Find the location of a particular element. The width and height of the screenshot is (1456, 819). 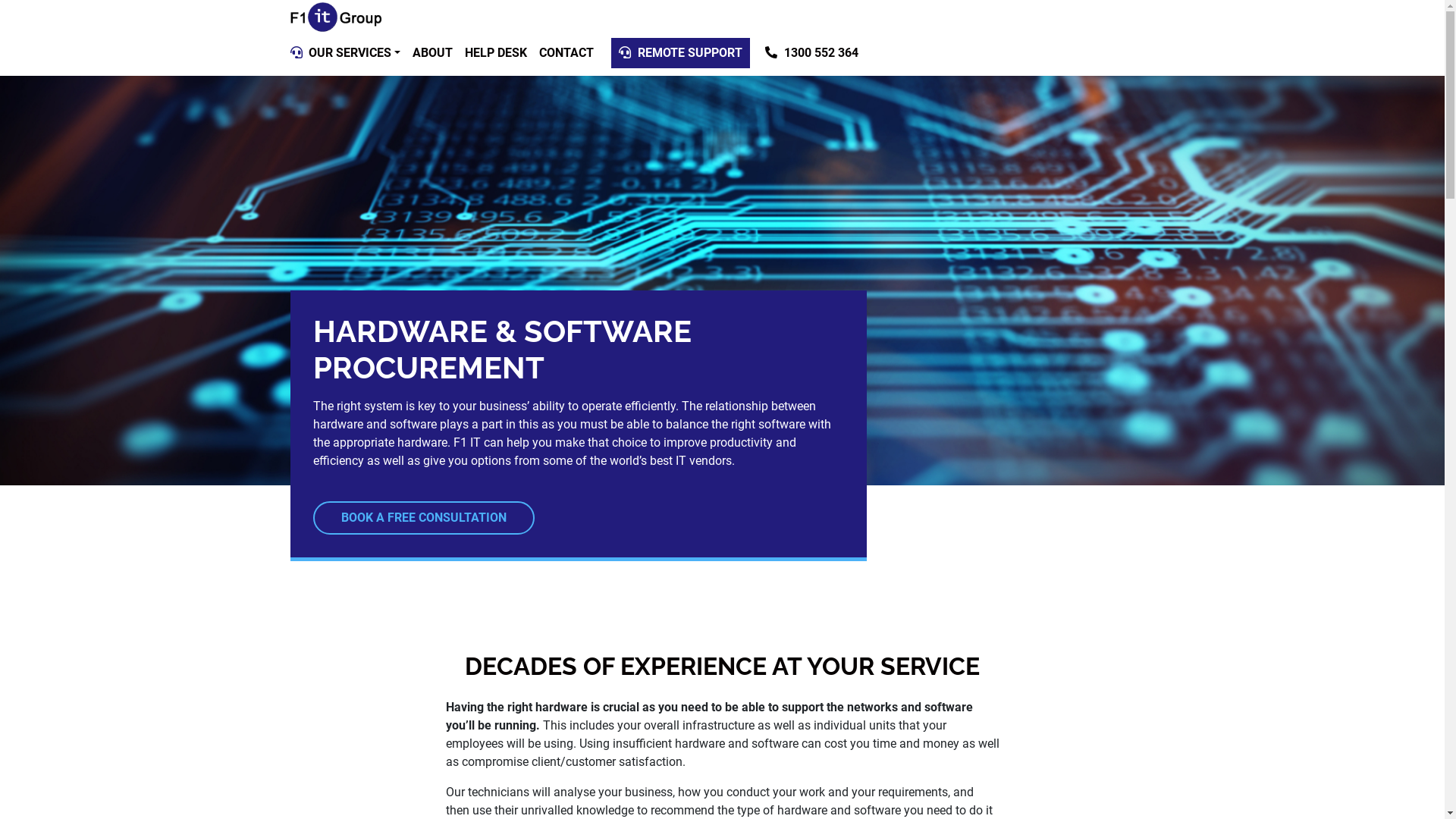

'CONTACT' is located at coordinates (566, 52).